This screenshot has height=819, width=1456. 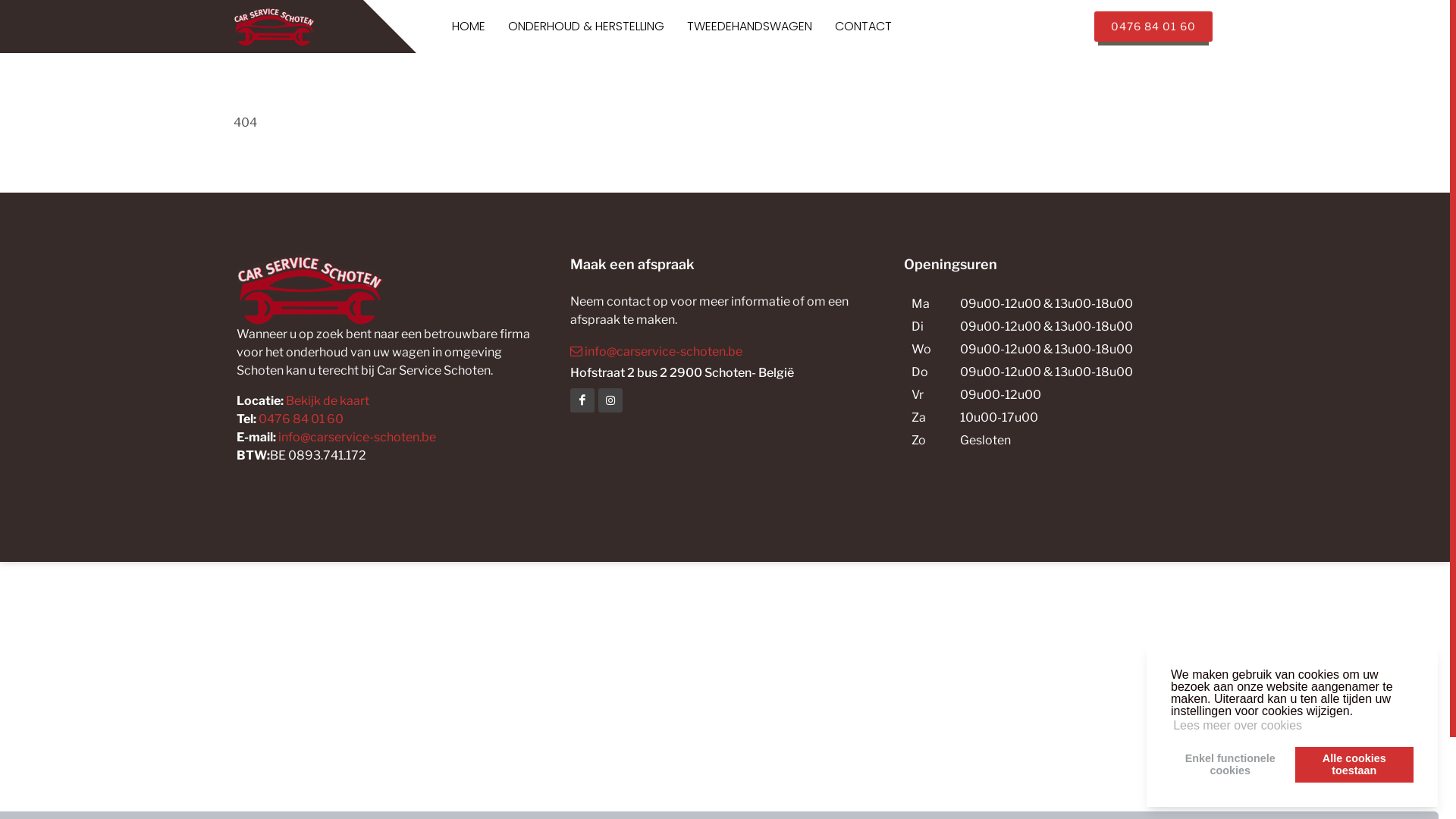 What do you see at coordinates (468, 26) in the screenshot?
I see `'HOME'` at bounding box center [468, 26].